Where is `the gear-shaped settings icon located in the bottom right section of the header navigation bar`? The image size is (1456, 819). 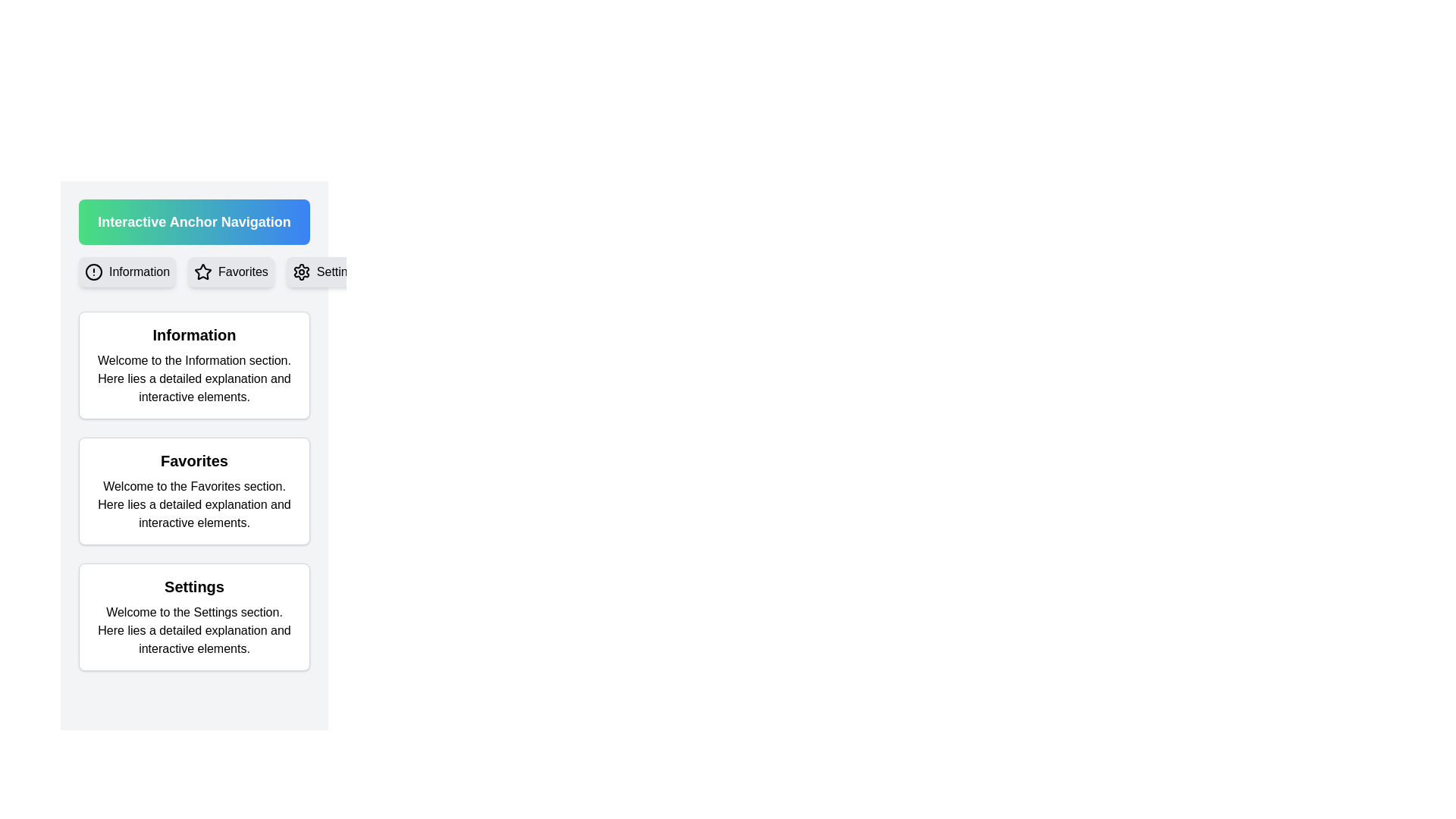 the gear-shaped settings icon located in the bottom right section of the header navigation bar is located at coordinates (301, 271).